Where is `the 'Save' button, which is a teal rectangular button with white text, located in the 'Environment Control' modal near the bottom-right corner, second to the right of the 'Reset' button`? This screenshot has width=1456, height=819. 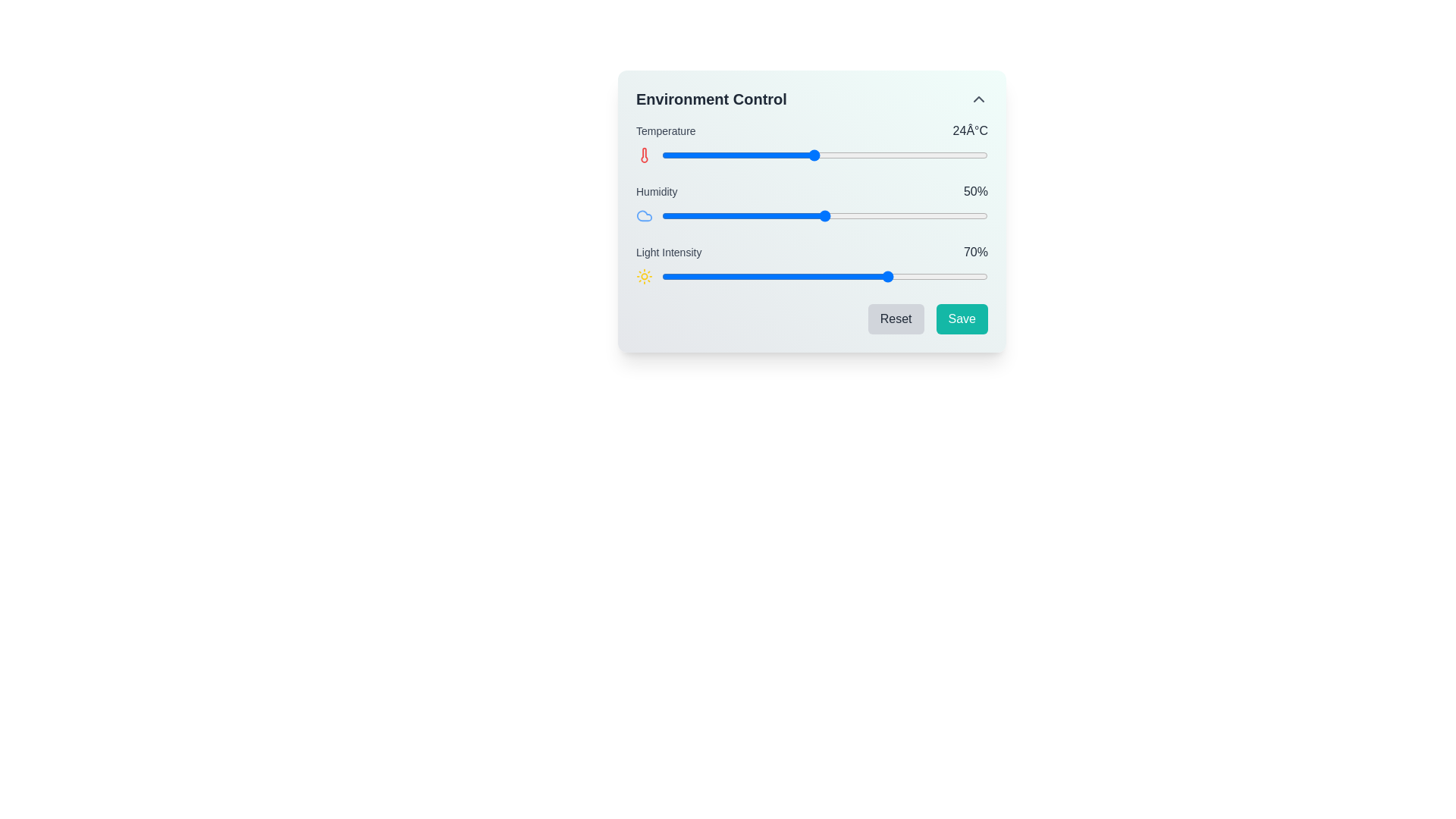 the 'Save' button, which is a teal rectangular button with white text, located in the 'Environment Control' modal near the bottom-right corner, second to the right of the 'Reset' button is located at coordinates (961, 318).